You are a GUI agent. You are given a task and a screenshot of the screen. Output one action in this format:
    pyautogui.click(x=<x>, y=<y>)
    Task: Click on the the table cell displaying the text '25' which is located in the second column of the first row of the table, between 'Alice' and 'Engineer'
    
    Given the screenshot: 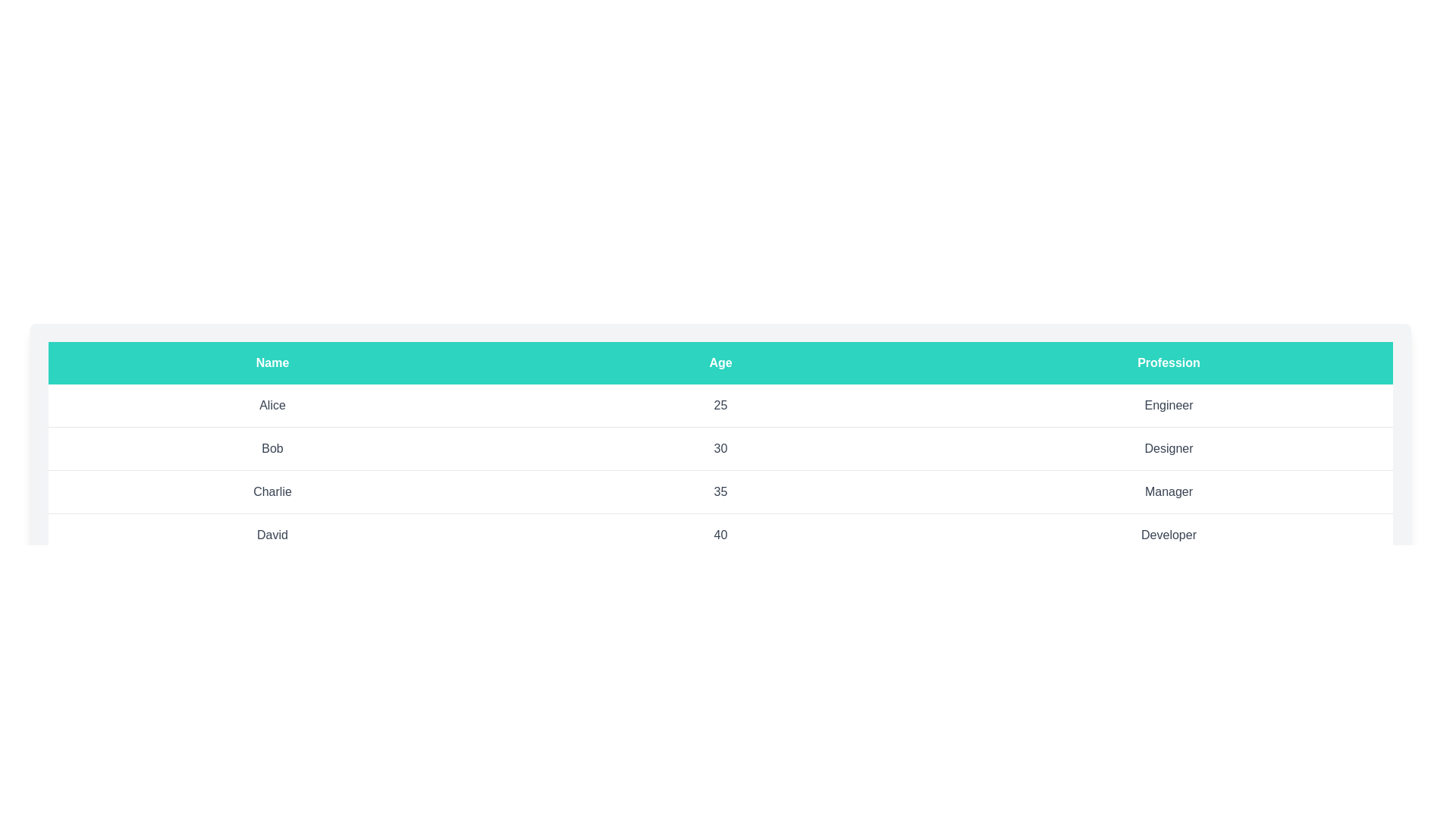 What is the action you would take?
    pyautogui.click(x=720, y=405)
    